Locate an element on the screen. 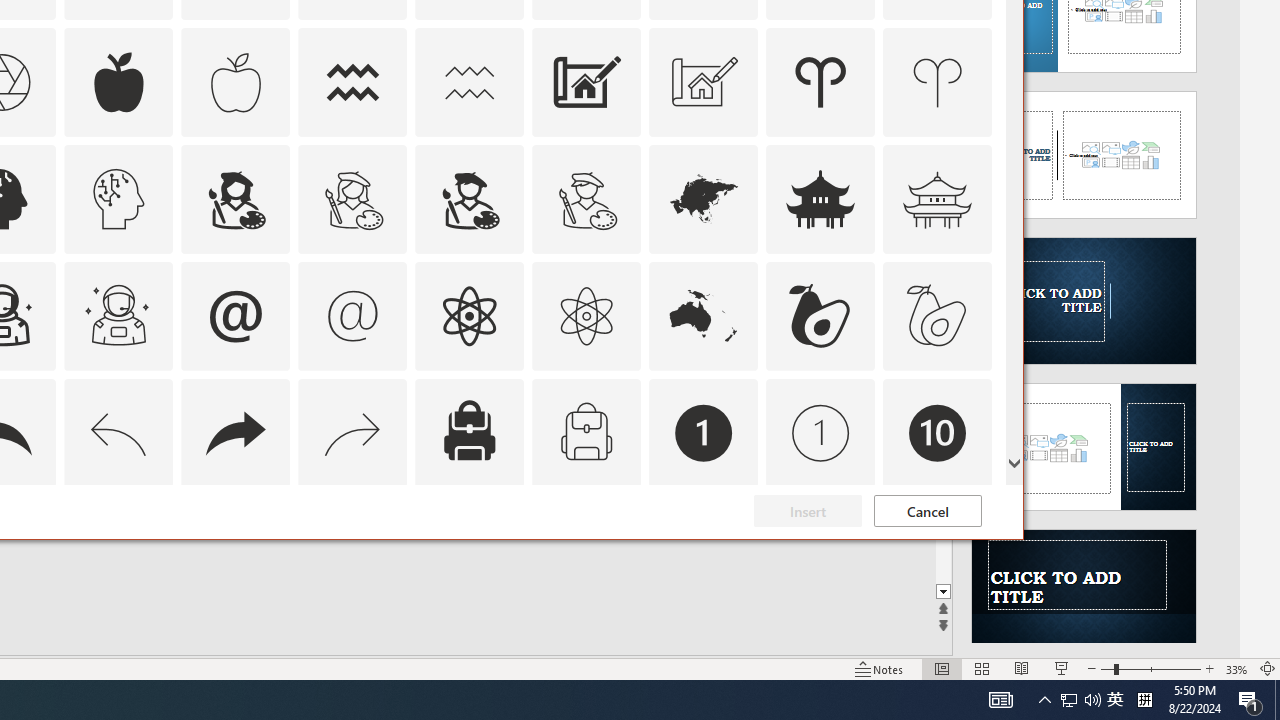 The image size is (1280, 720). 'AutomationID: Icons_ArtificialIntelligence_M' is located at coordinates (118, 198).